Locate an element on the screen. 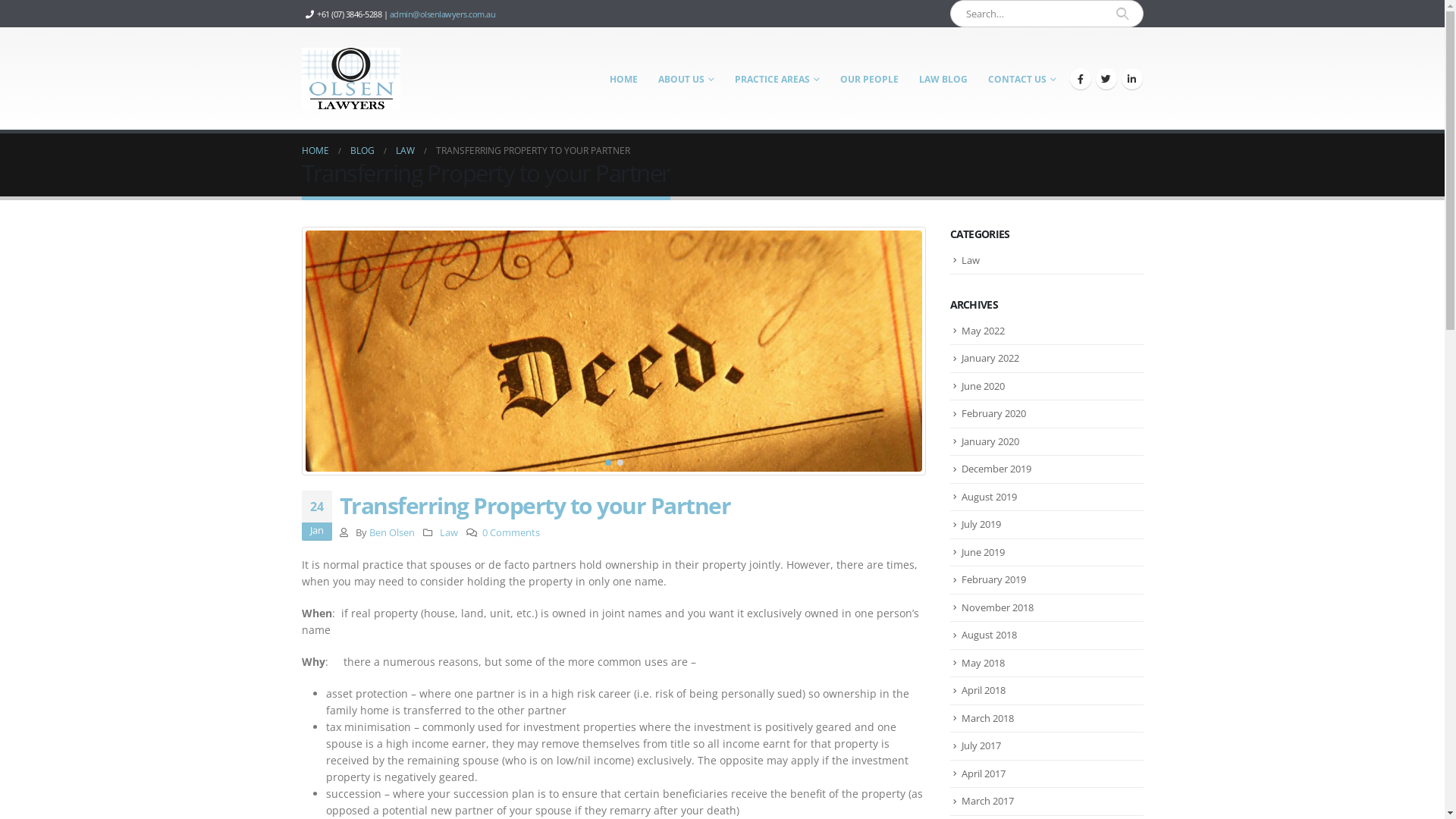 The width and height of the screenshot is (1456, 819). 'February 2020' is located at coordinates (960, 413).